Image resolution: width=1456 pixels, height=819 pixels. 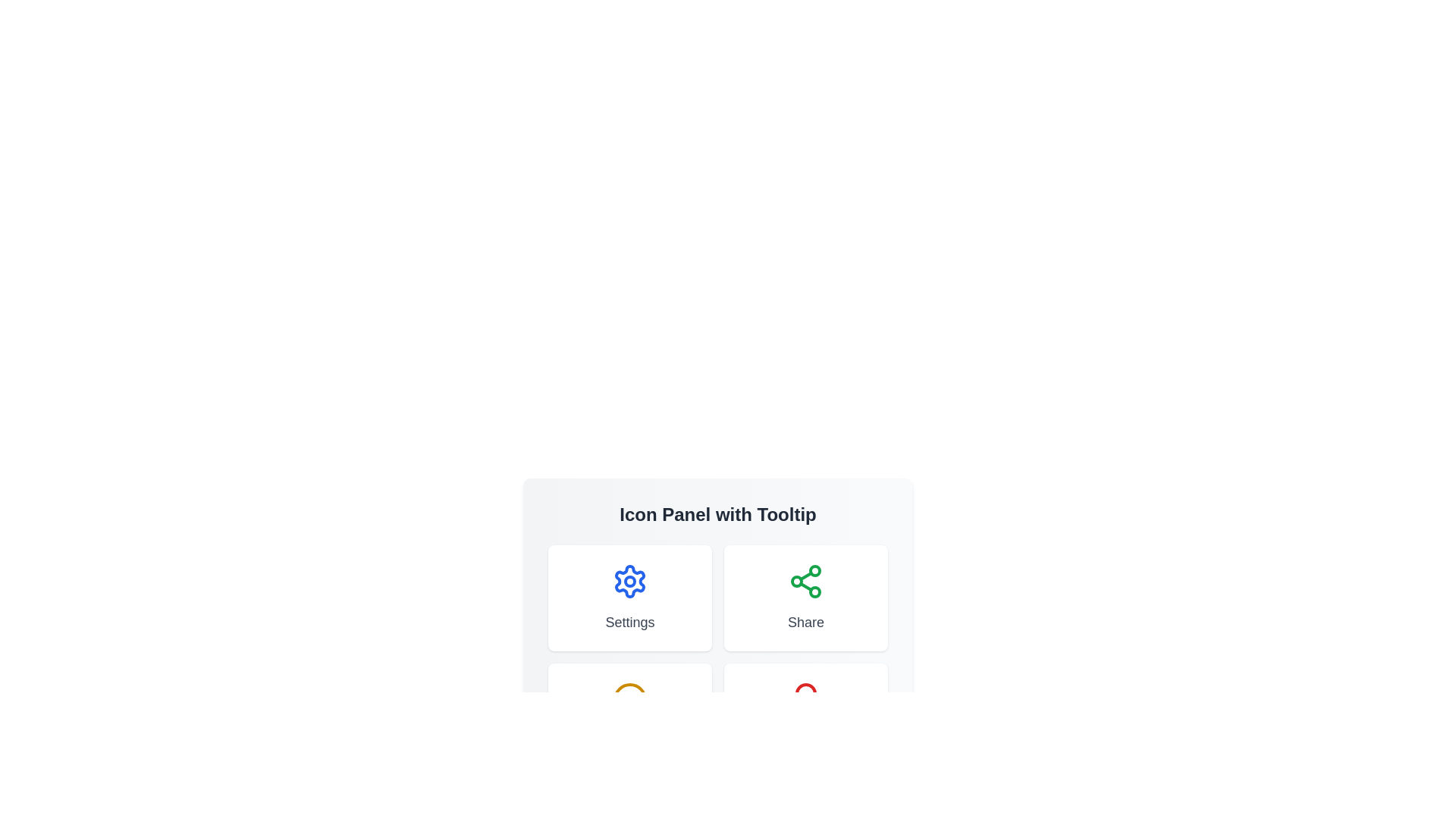 What do you see at coordinates (629, 623) in the screenshot?
I see `the 'Settings' text label, which is styled with a medium font weight and gray color, positioned below a gear icon within a rounded white card` at bounding box center [629, 623].